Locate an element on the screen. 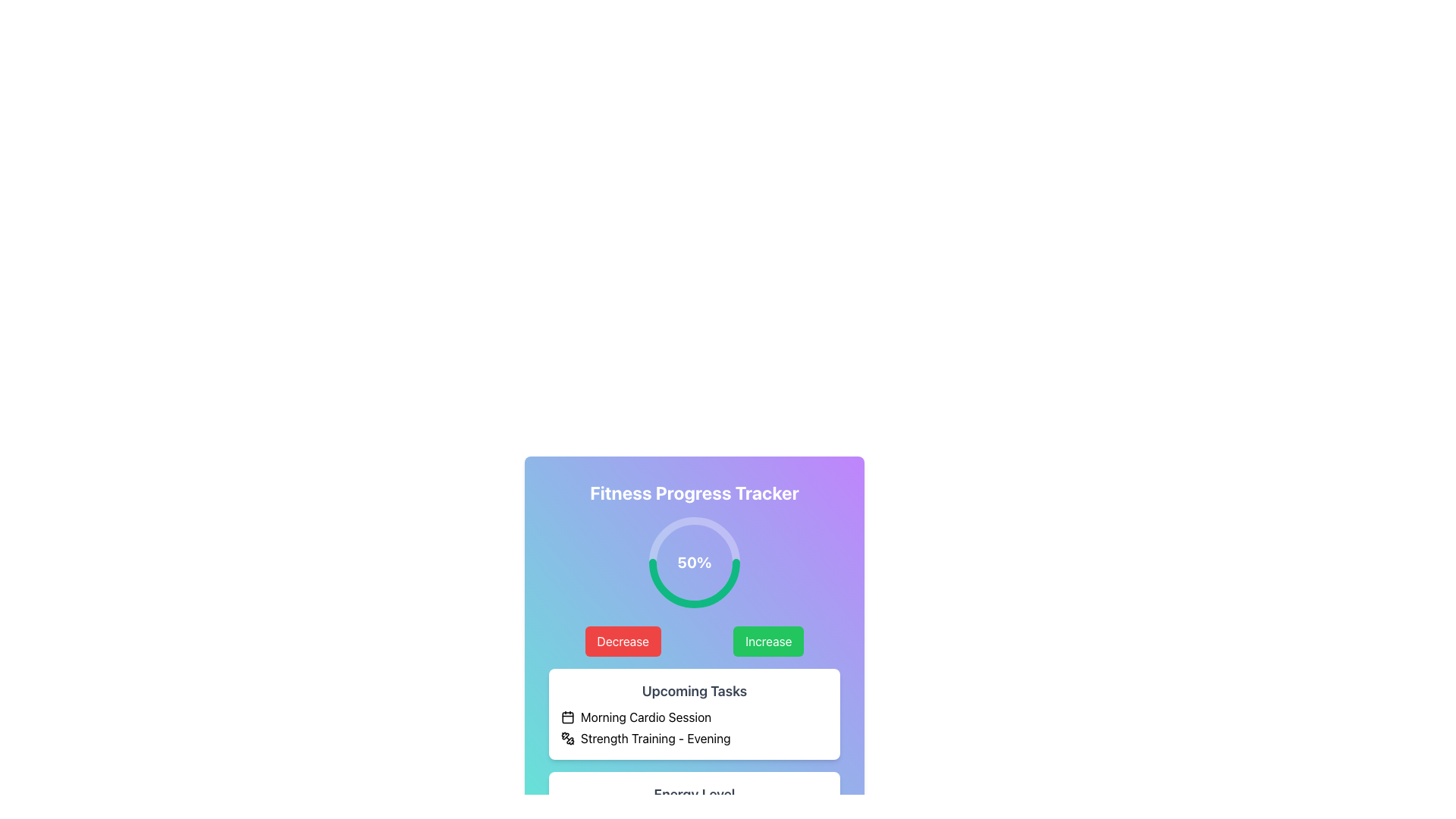 The height and width of the screenshot is (819, 1456). the interactive button group labeled 'Decrease' (red) and 'Increase' (green) to trigger the hover effect is located at coordinates (694, 641).